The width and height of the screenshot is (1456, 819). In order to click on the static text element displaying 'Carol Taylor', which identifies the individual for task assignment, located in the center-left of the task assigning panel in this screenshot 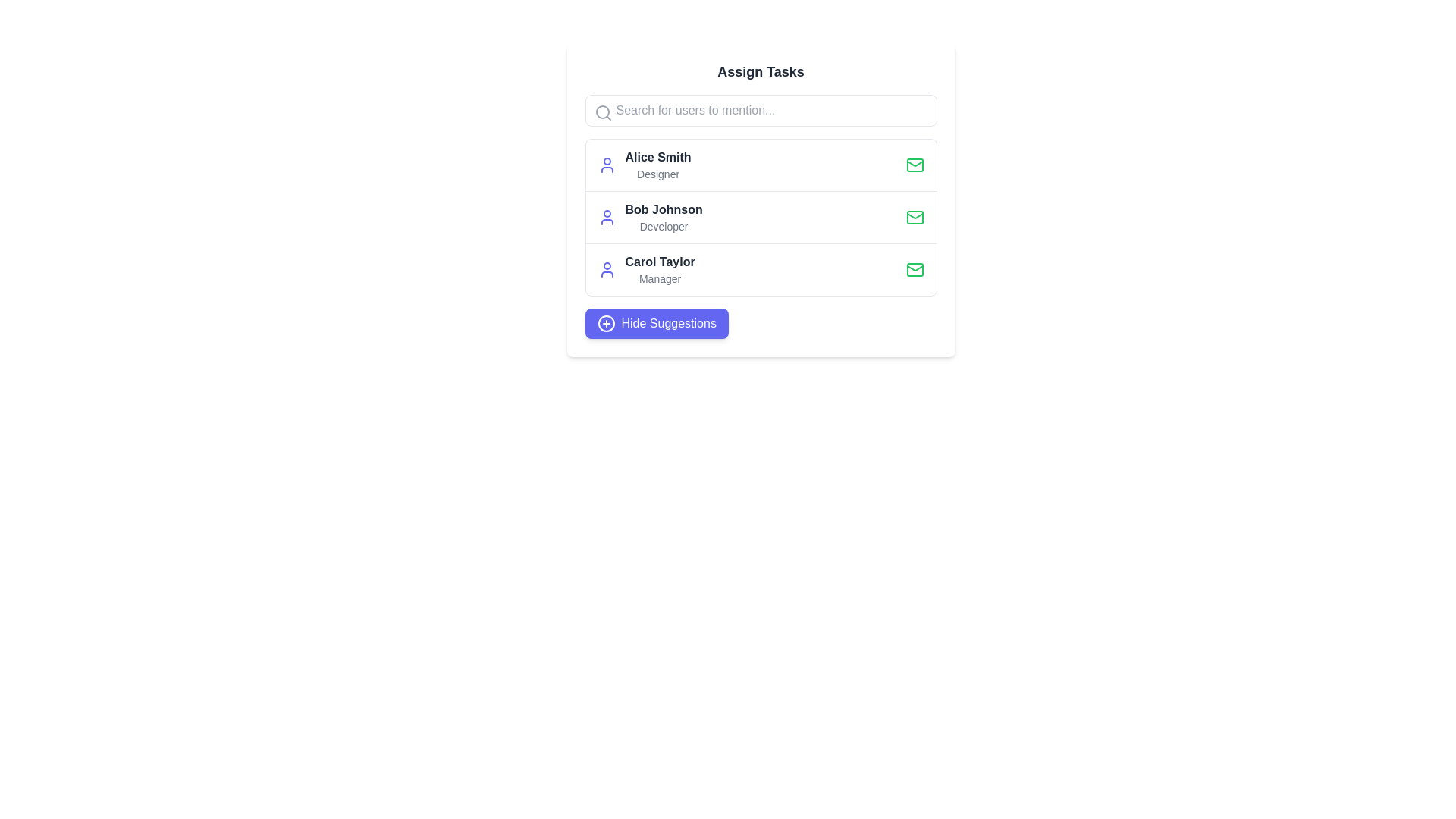, I will do `click(660, 262)`.